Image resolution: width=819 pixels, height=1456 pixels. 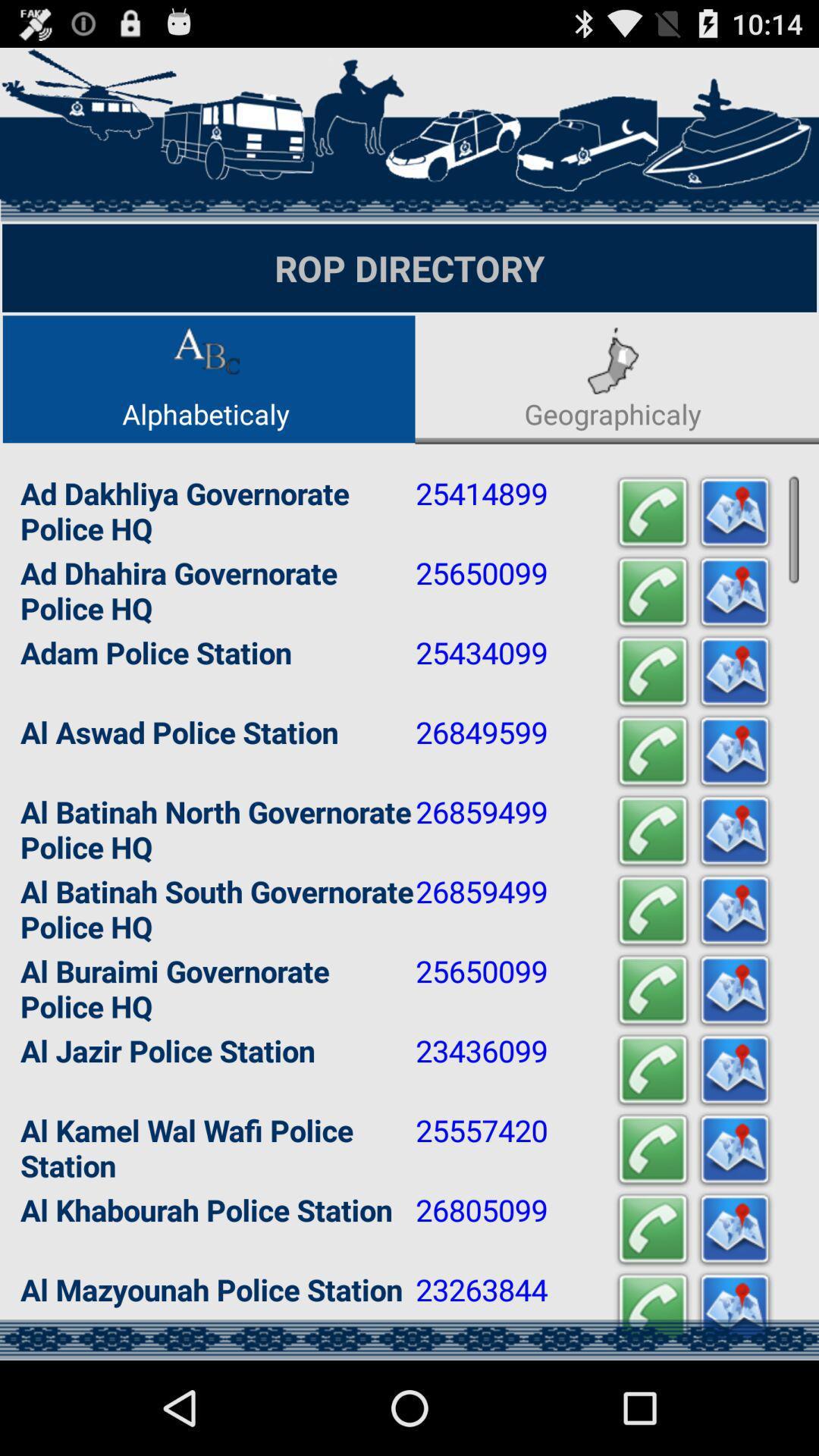 I want to click on call this number, so click(x=651, y=830).